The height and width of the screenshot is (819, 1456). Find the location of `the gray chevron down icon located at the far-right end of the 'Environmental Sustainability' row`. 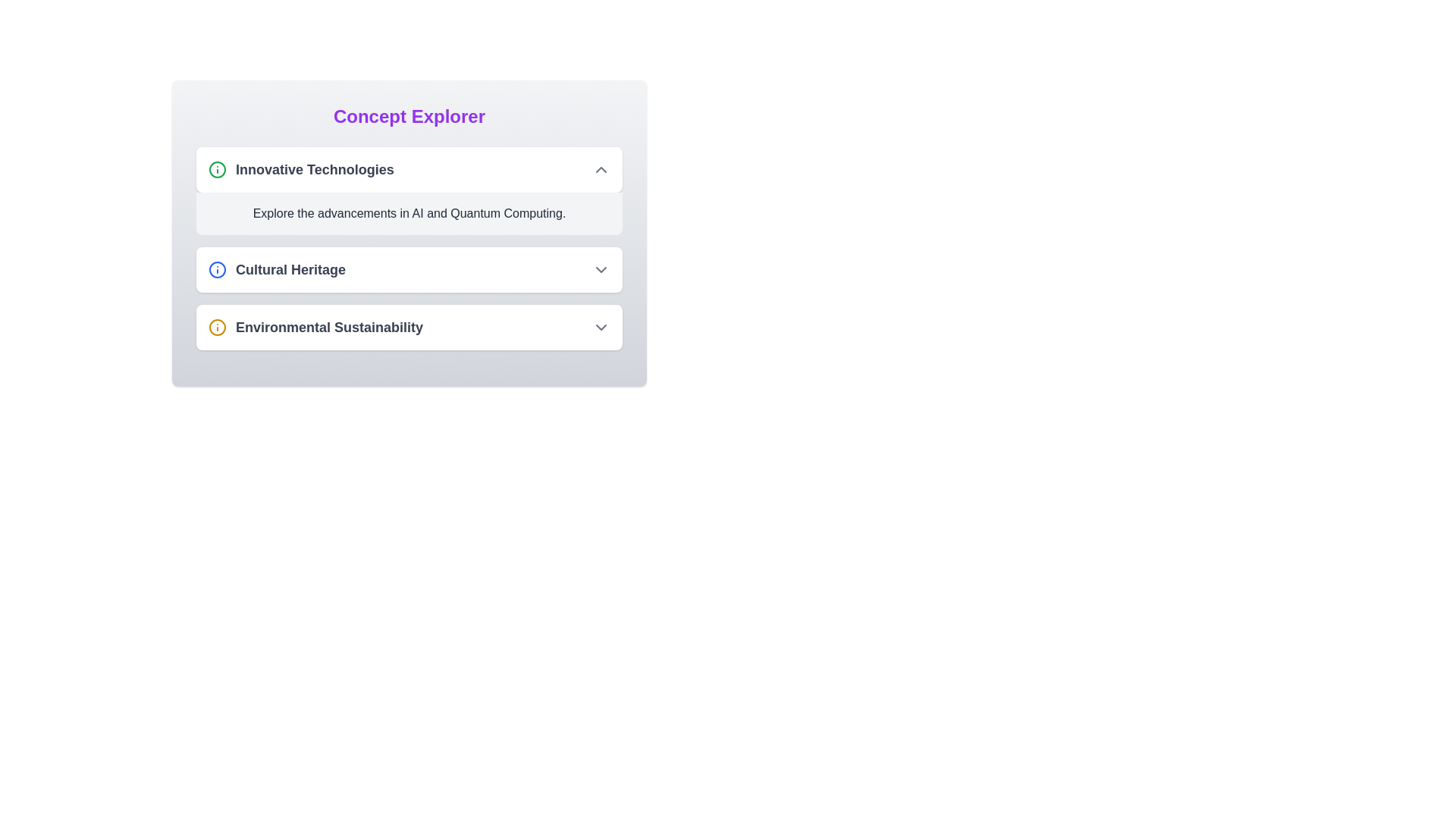

the gray chevron down icon located at the far-right end of the 'Environmental Sustainability' row is located at coordinates (600, 327).